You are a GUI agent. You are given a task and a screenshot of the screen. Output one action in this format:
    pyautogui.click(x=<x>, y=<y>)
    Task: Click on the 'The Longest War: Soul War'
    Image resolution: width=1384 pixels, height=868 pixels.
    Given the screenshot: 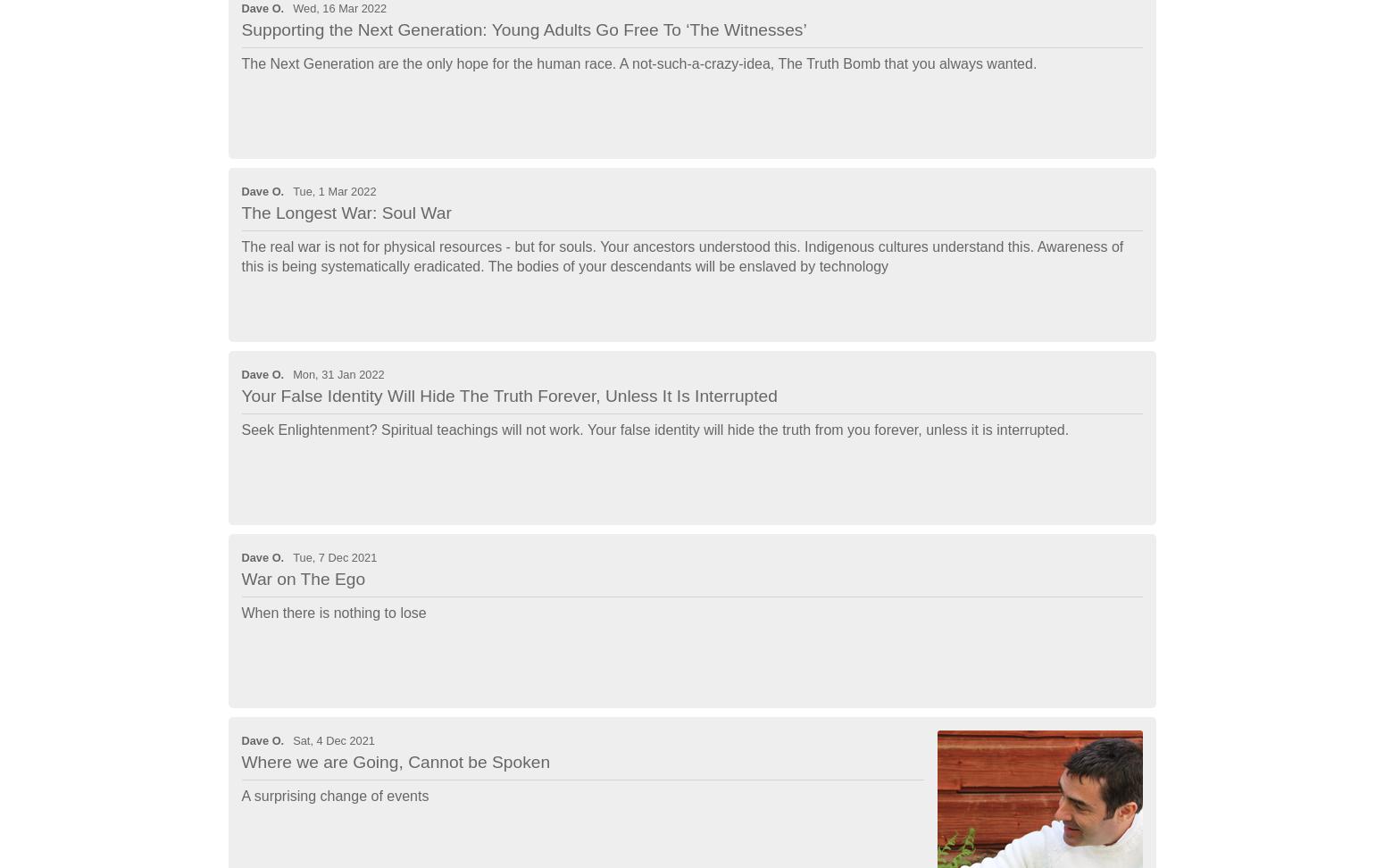 What is the action you would take?
    pyautogui.click(x=241, y=211)
    